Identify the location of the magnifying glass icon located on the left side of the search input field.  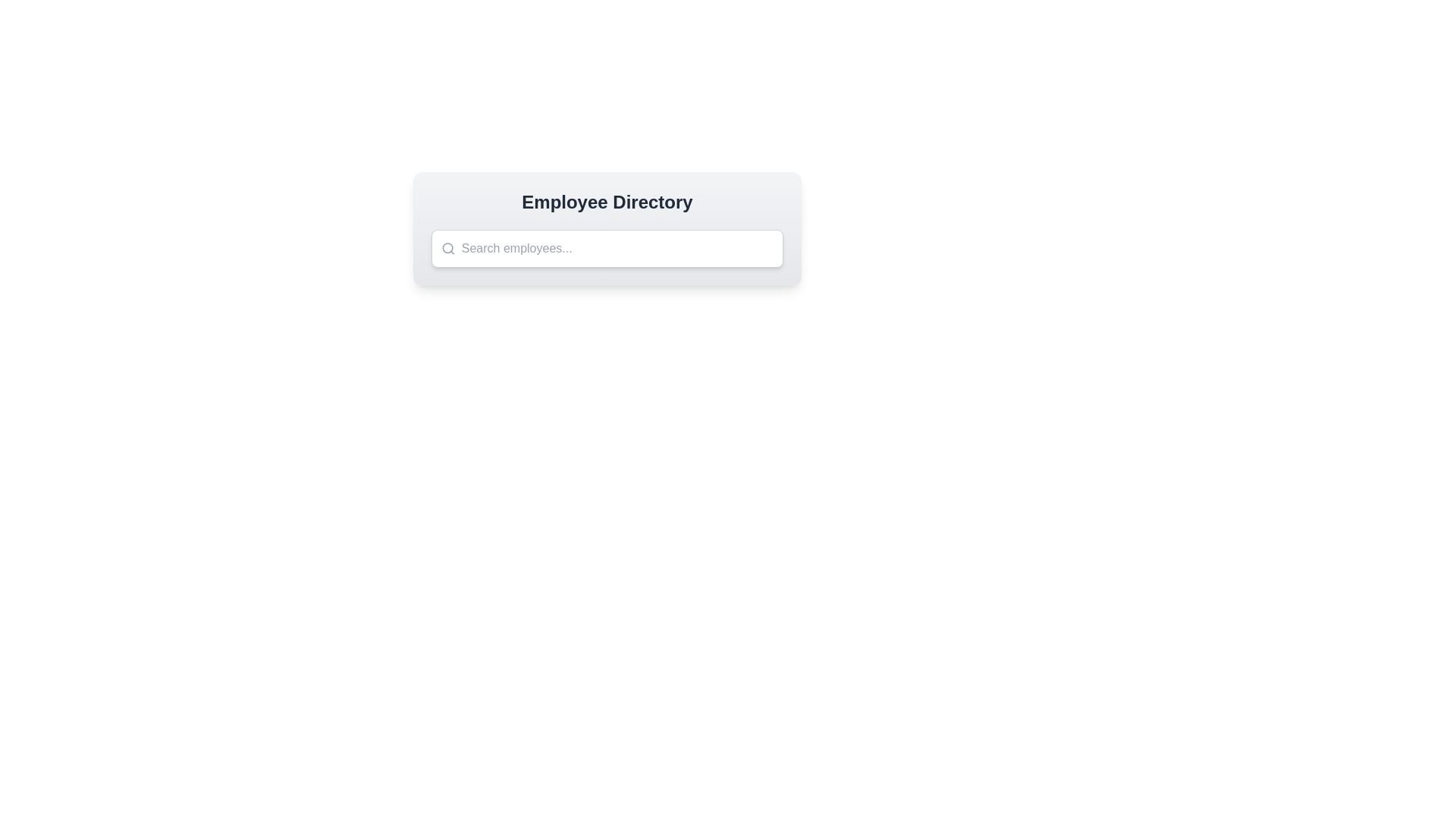
(447, 247).